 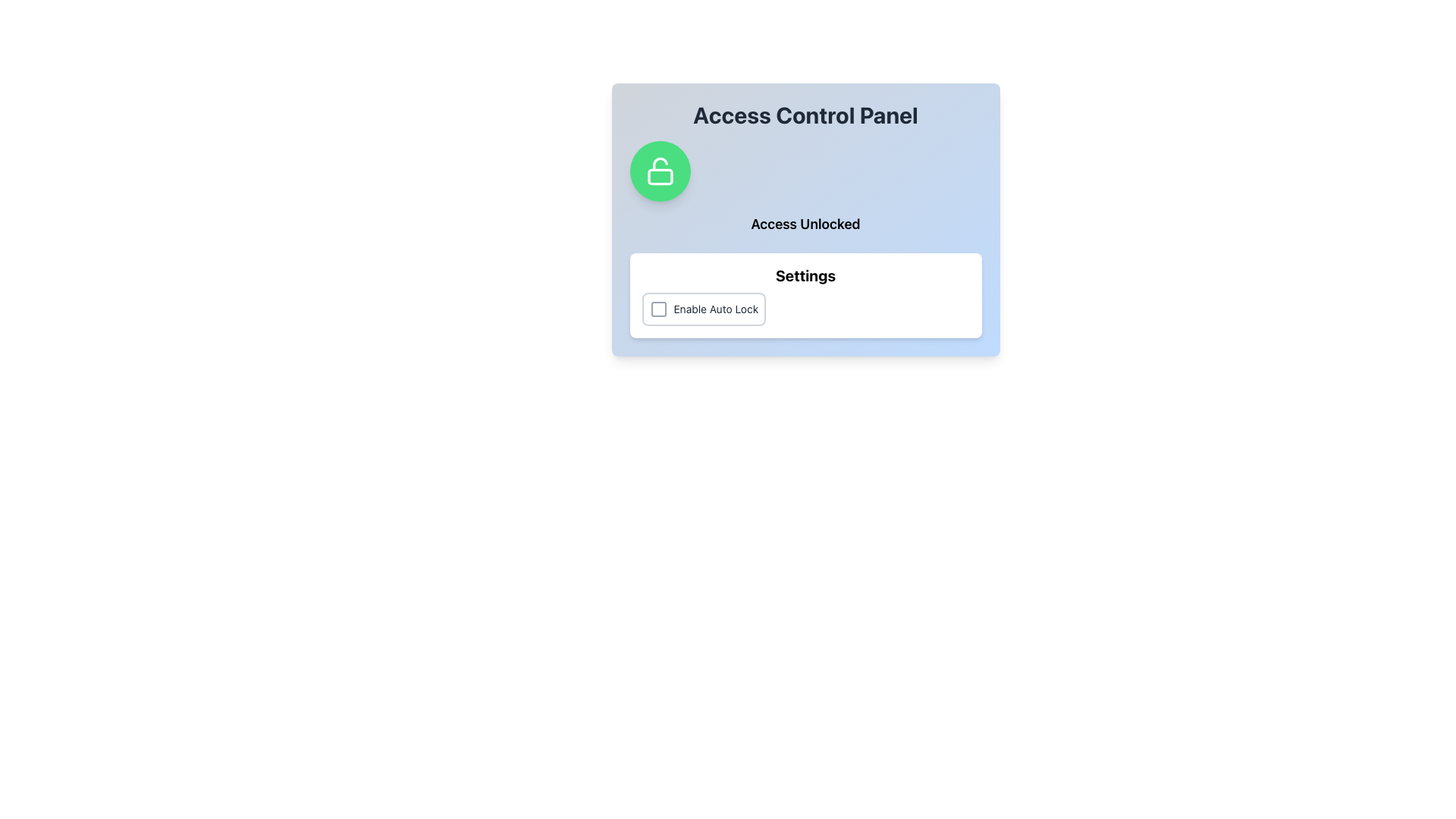 I want to click on the unlocked access state icon located inside the green circular button at the top-left corner of the 'Access Control Panel' card, so click(x=660, y=171).